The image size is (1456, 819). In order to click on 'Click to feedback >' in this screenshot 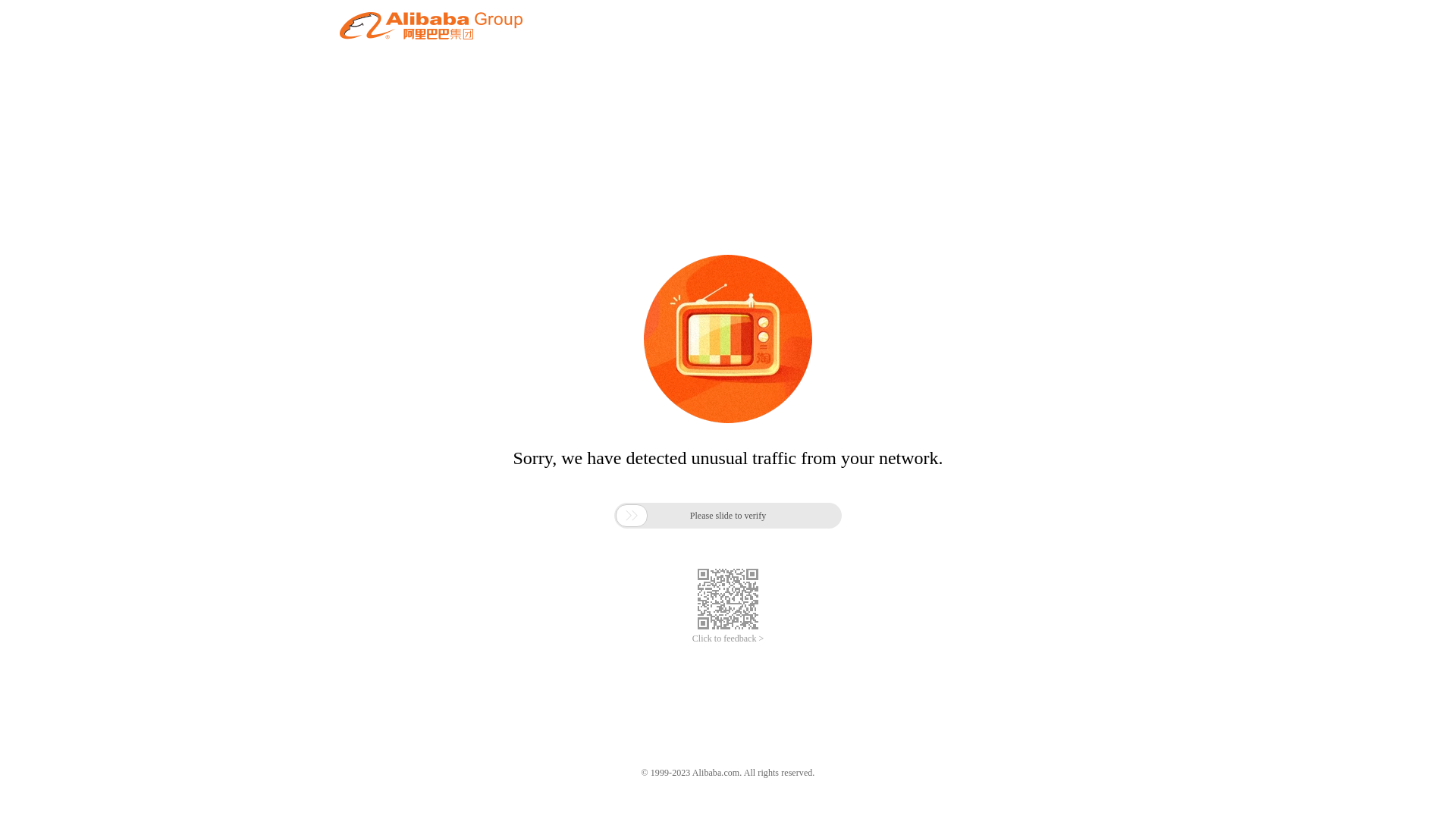, I will do `click(728, 639)`.